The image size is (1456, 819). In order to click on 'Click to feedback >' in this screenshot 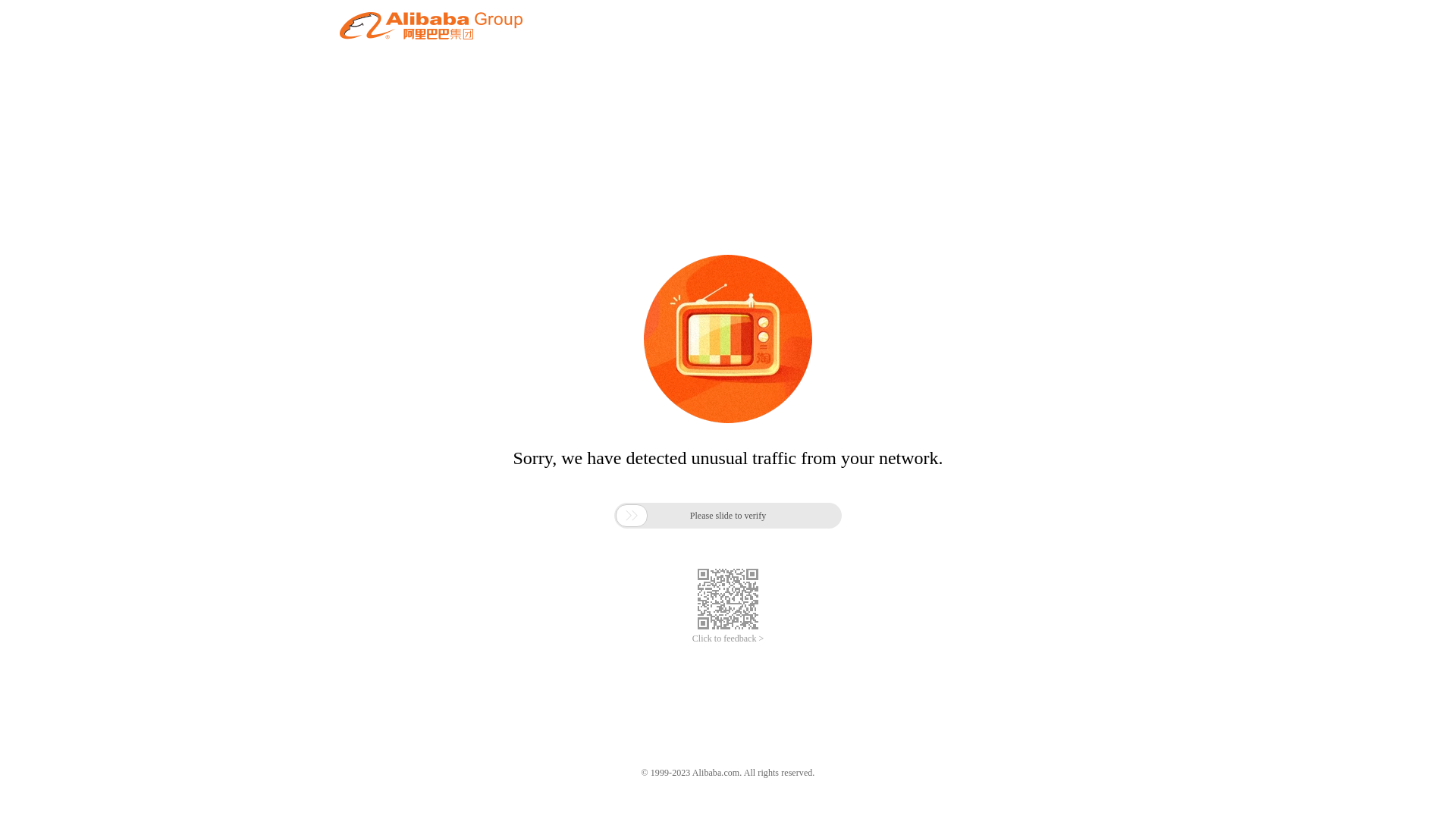, I will do `click(728, 639)`.